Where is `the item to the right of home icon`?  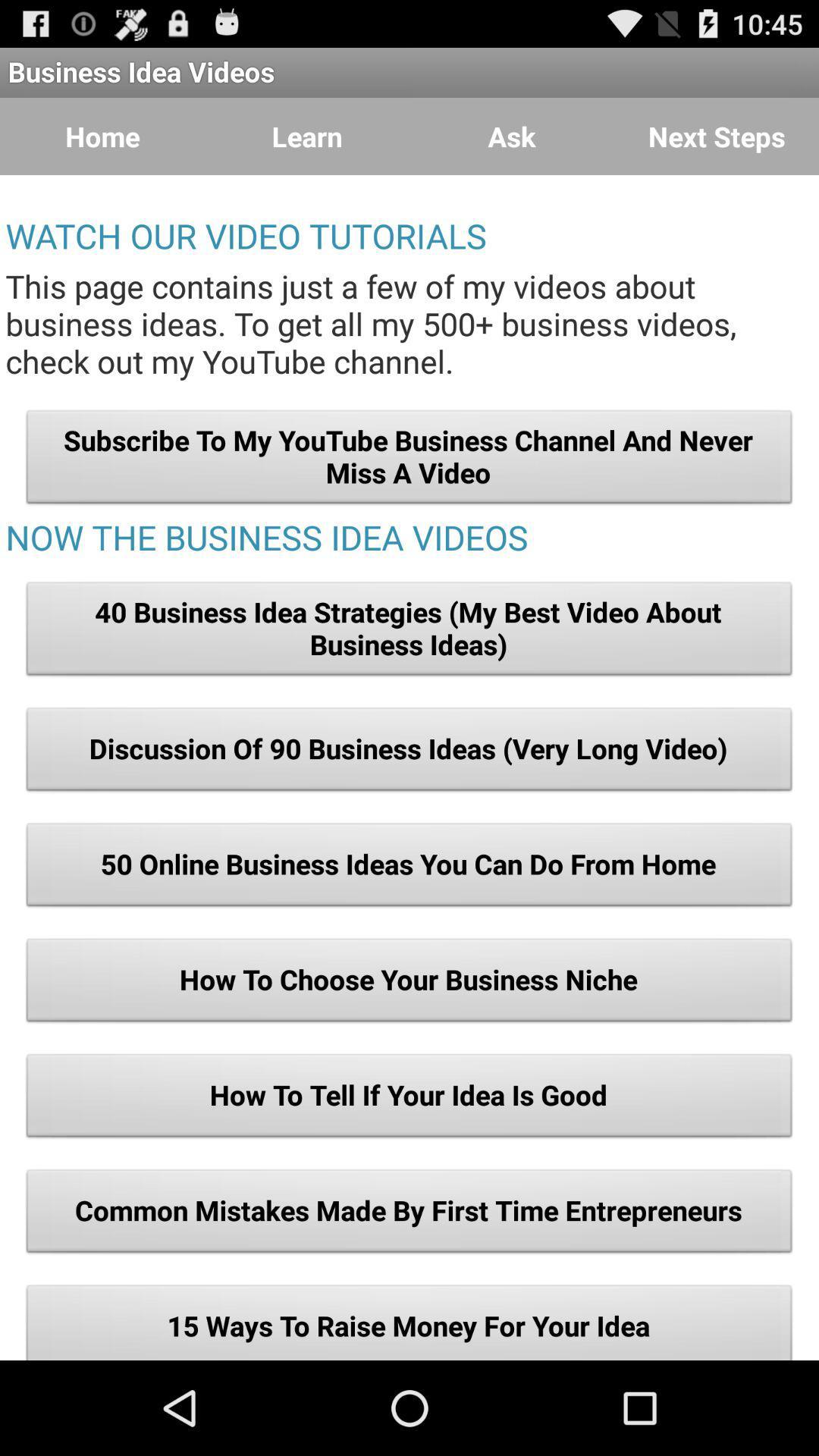 the item to the right of home icon is located at coordinates (307, 136).